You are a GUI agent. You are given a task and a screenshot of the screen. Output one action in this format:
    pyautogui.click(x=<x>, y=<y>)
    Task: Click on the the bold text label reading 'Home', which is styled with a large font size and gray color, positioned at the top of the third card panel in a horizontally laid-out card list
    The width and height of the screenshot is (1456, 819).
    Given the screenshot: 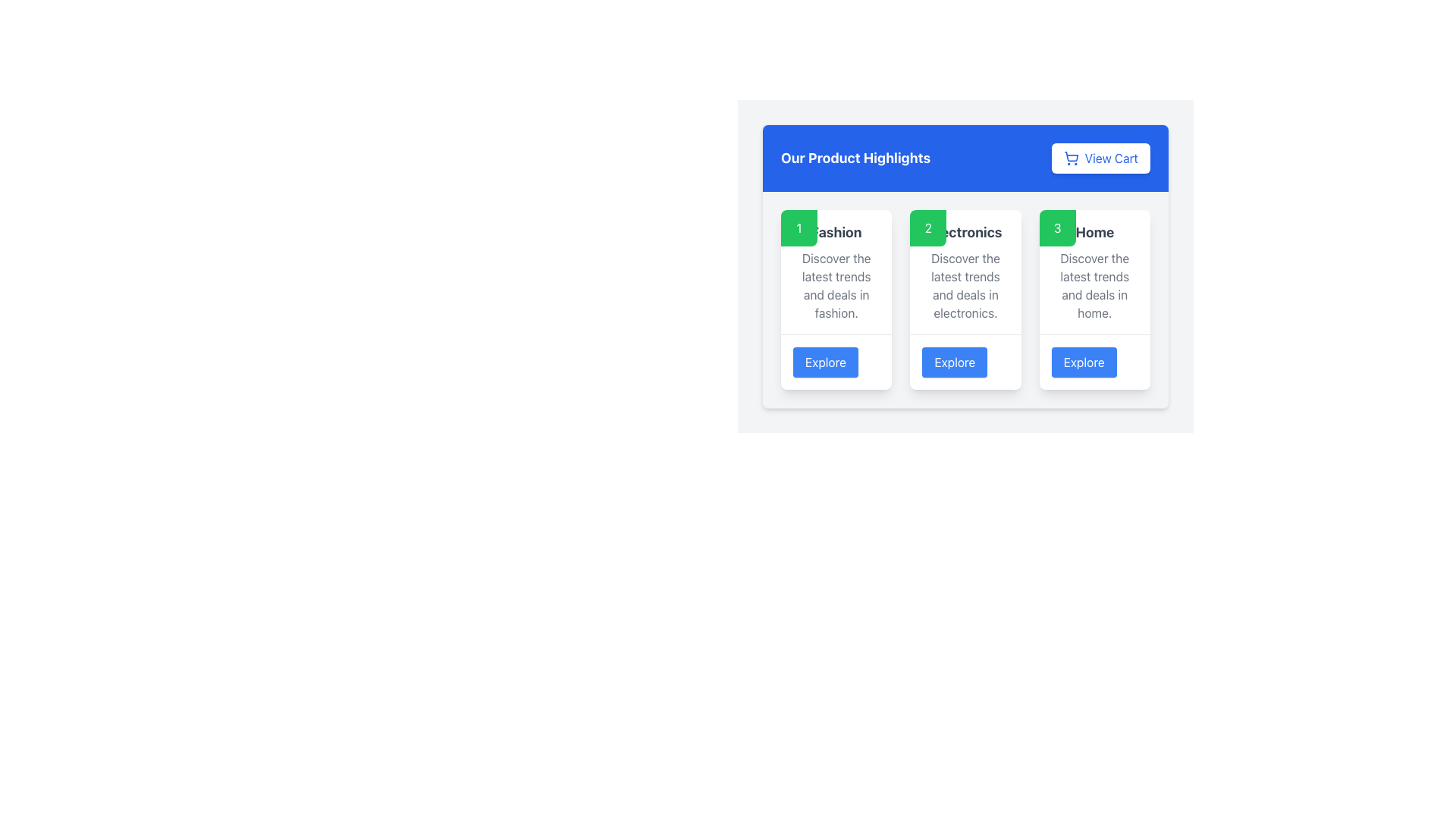 What is the action you would take?
    pyautogui.click(x=1094, y=233)
    